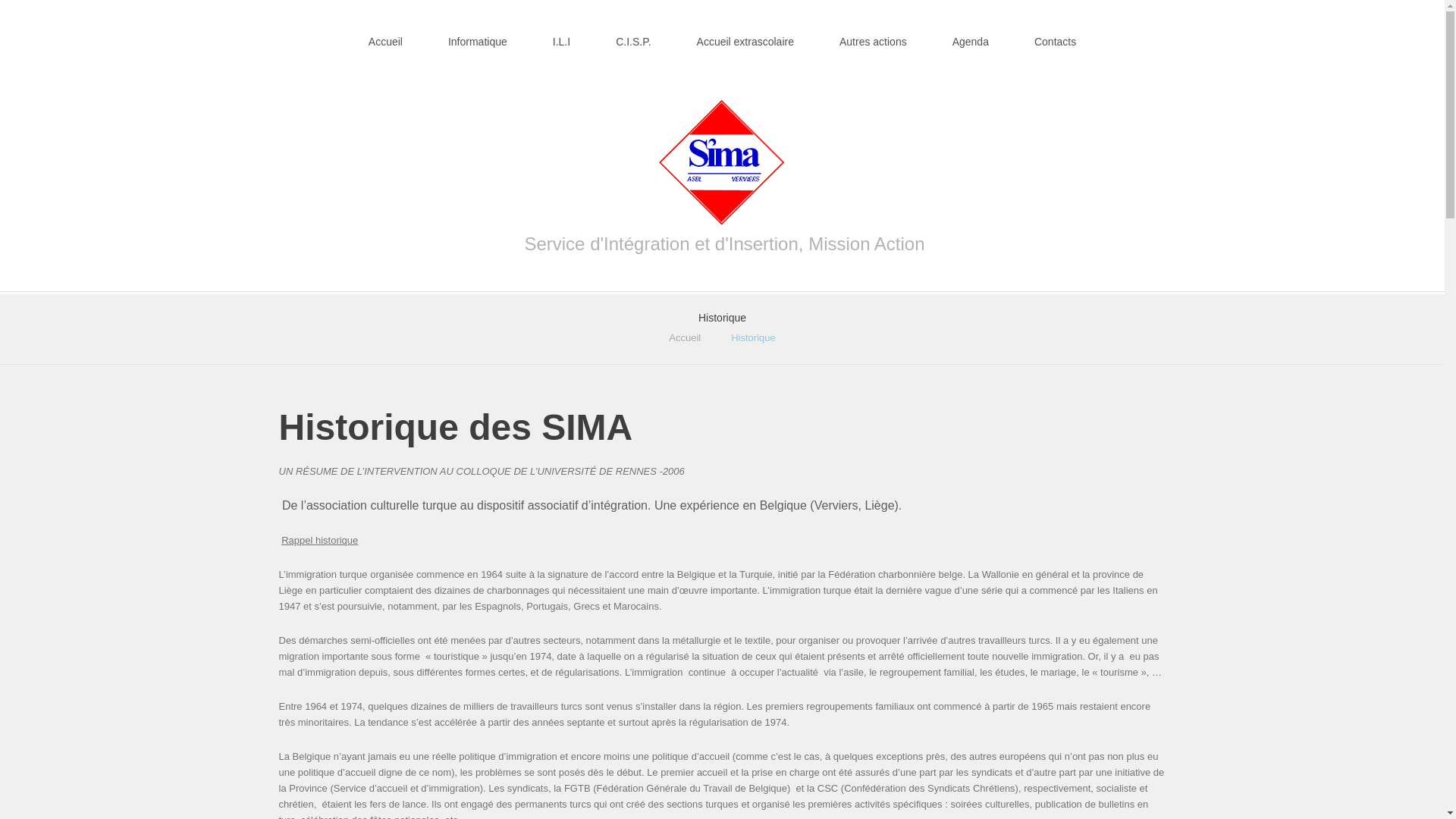 This screenshot has height=819, width=1456. Describe the element at coordinates (873, 32) in the screenshot. I see `'Autres actions'` at that location.